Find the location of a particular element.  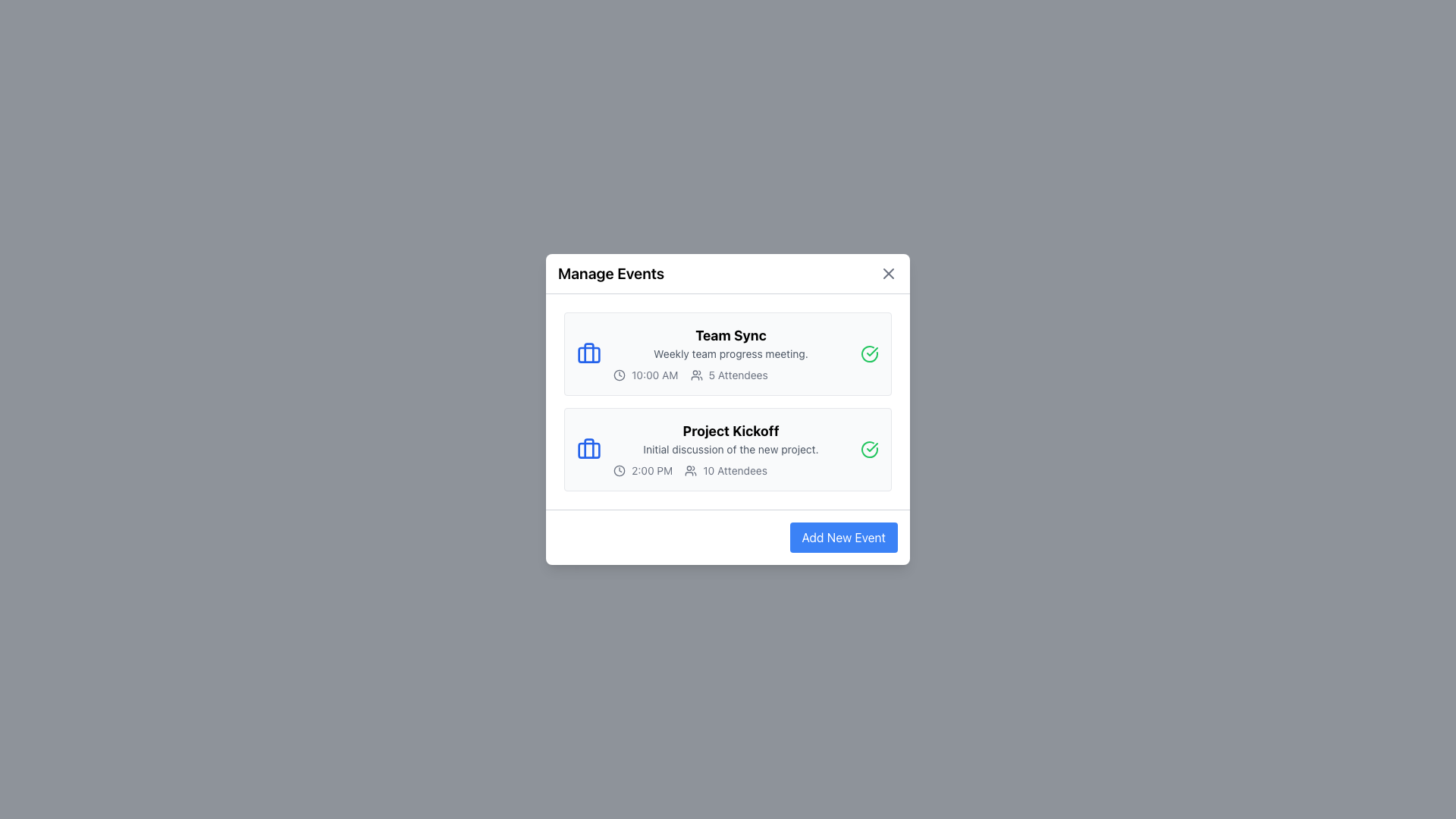

the green checkmark icon representing the successful completion of the 'Project Kickoff' event located in the second event row is located at coordinates (872, 351).